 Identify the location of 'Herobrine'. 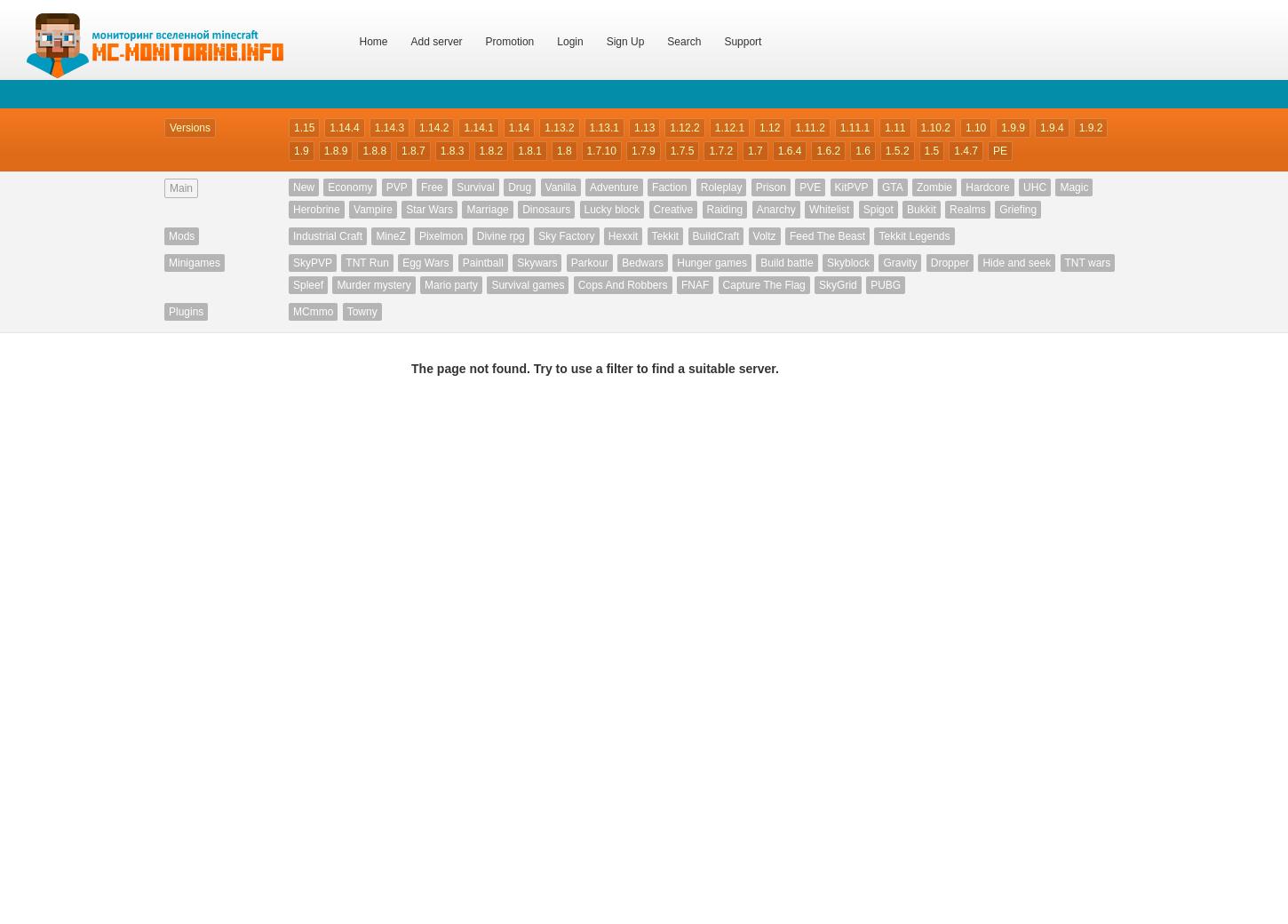
(315, 209).